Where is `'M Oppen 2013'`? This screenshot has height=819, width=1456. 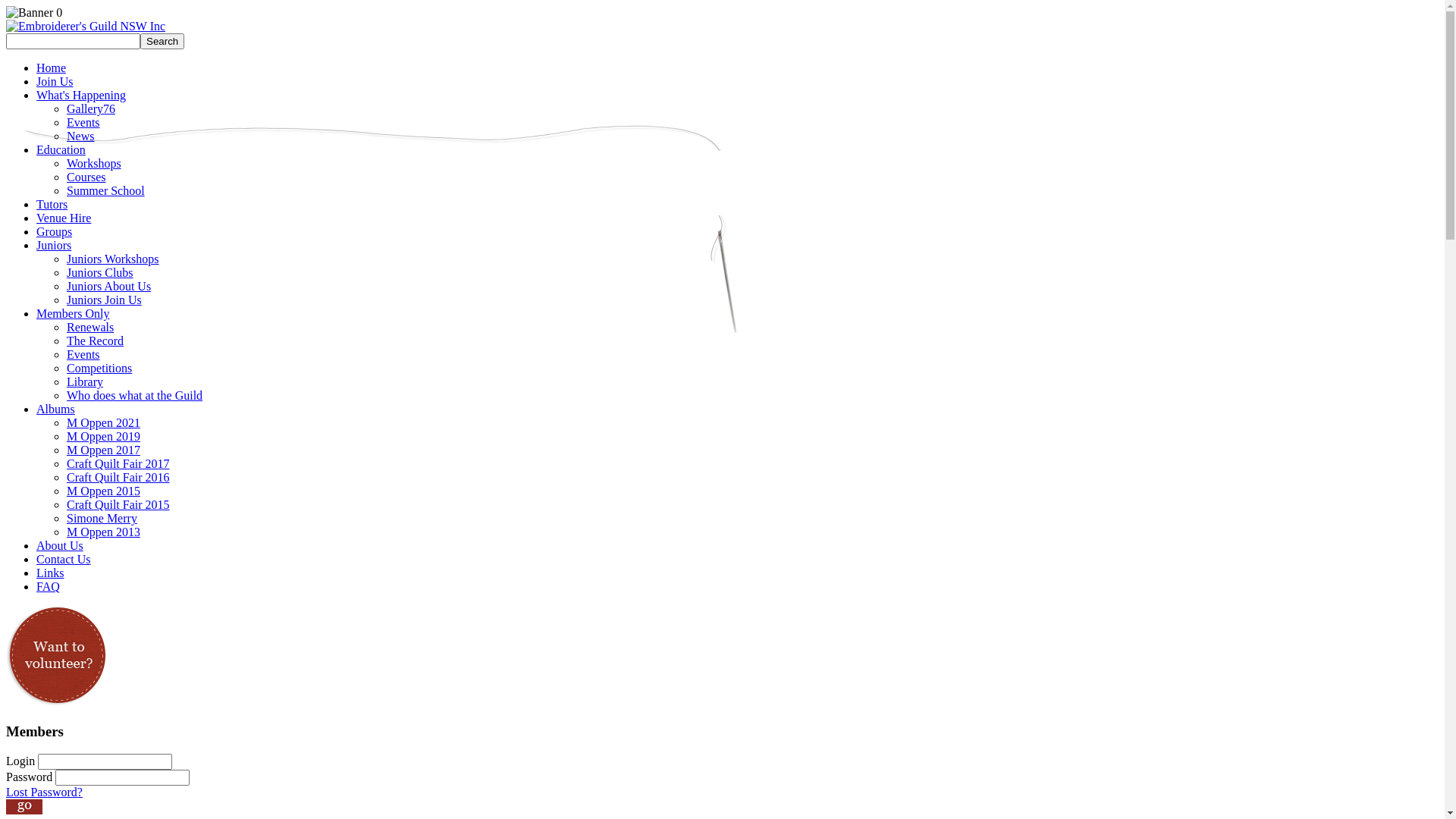
'M Oppen 2013' is located at coordinates (102, 531).